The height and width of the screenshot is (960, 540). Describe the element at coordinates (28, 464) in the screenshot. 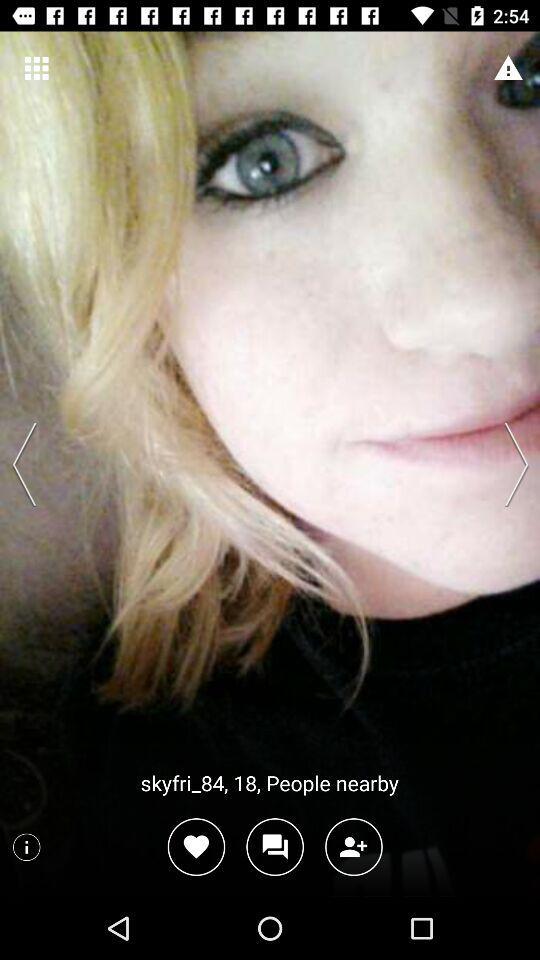

I see `previous profile` at that location.